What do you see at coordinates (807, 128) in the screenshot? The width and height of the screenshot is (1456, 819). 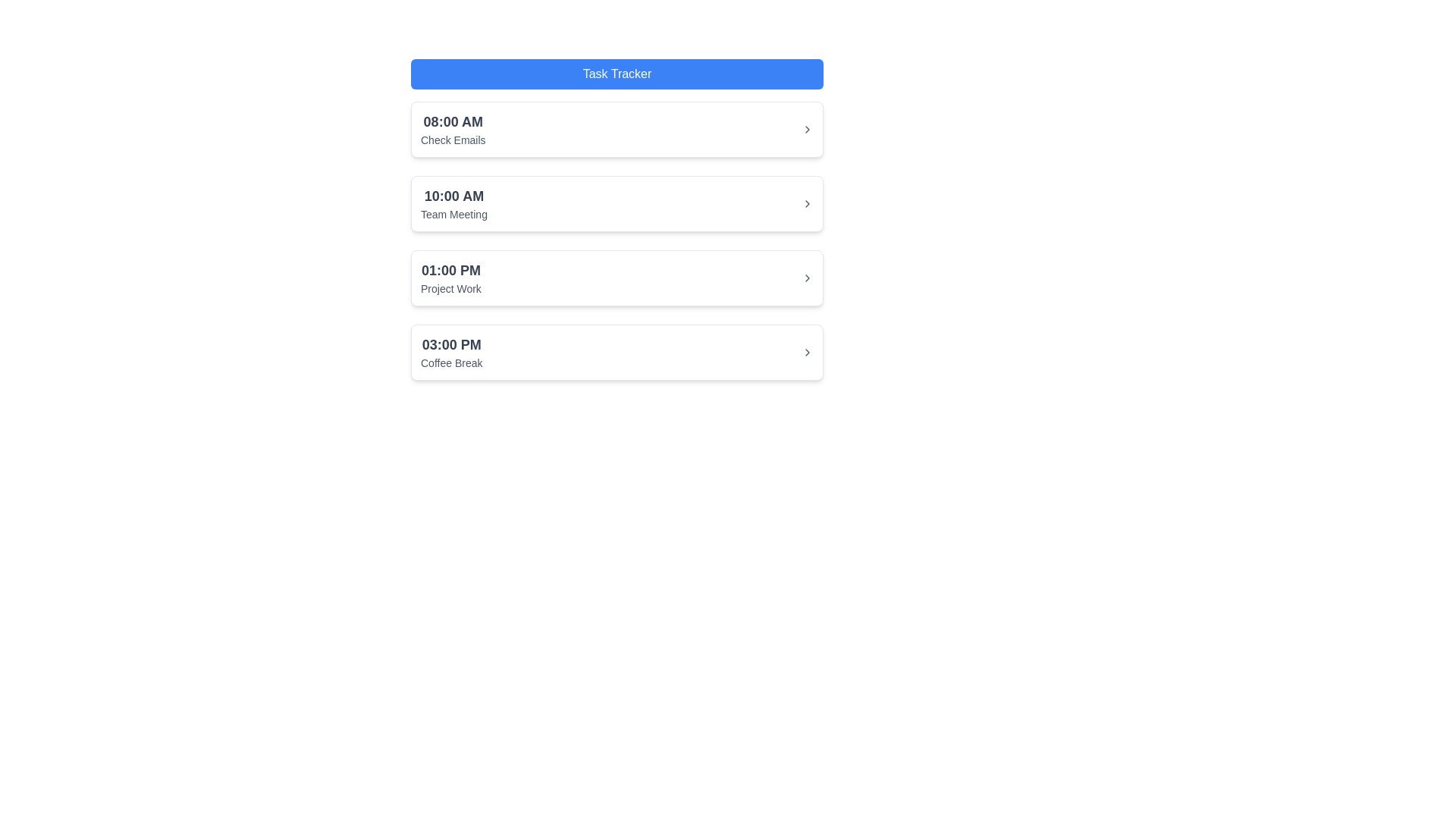 I see `the chevron icon at the far right end of the task entry labeled '08:00 AM Check Emails'` at bounding box center [807, 128].